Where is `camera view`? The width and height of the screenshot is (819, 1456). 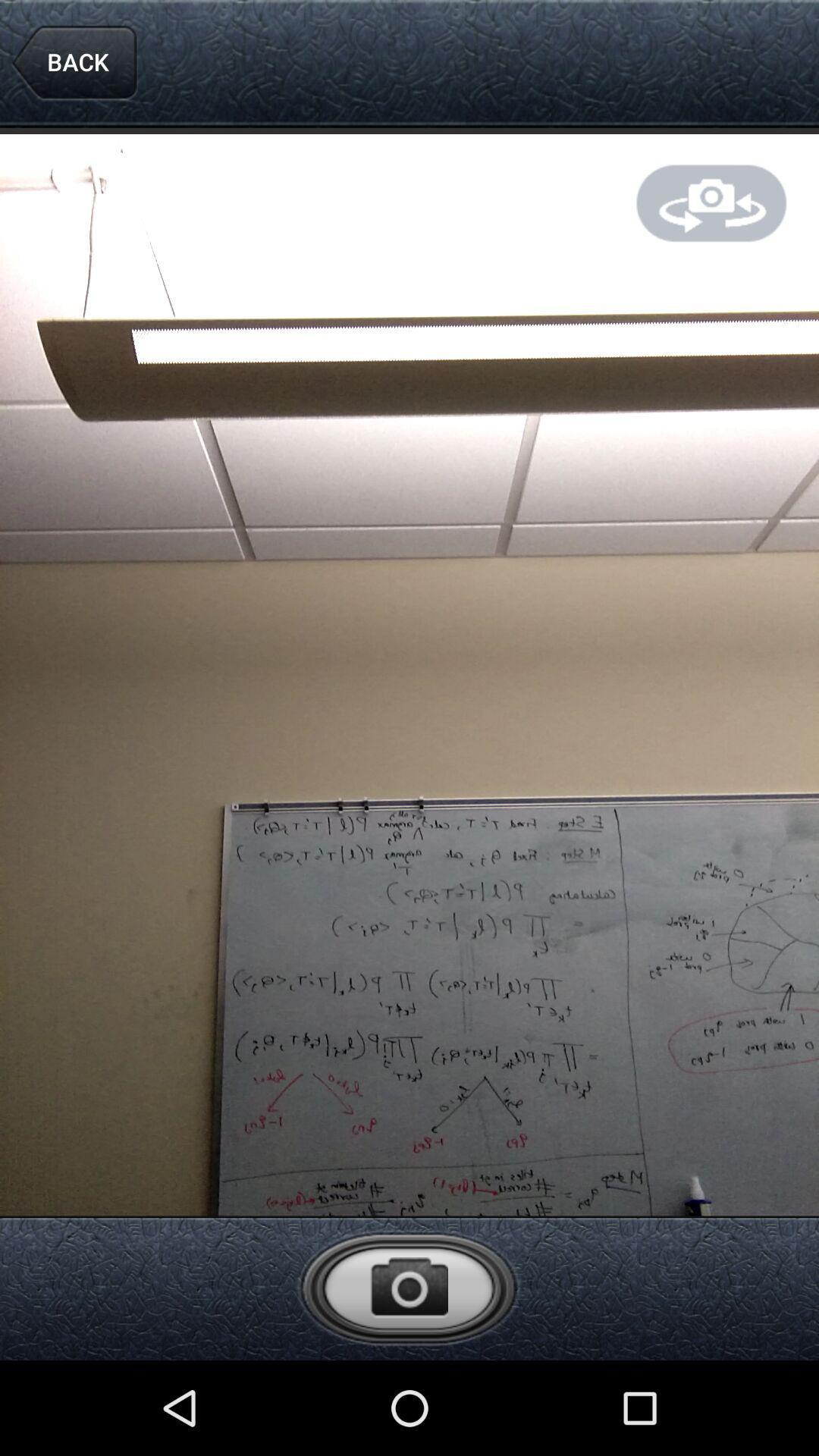
camera view is located at coordinates (711, 202).